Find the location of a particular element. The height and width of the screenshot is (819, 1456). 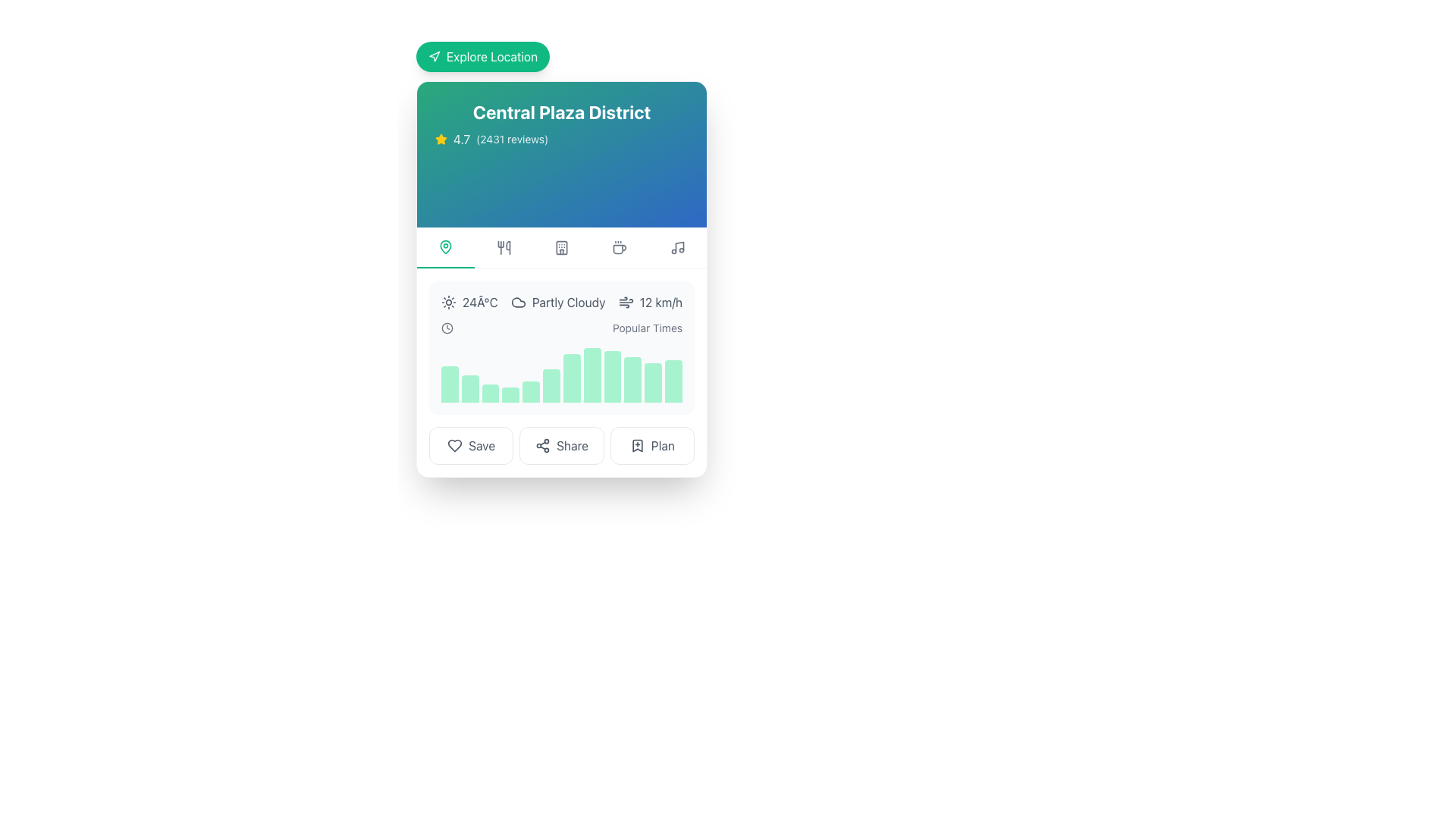

the 12th graphical bar representation in the chart is located at coordinates (673, 380).